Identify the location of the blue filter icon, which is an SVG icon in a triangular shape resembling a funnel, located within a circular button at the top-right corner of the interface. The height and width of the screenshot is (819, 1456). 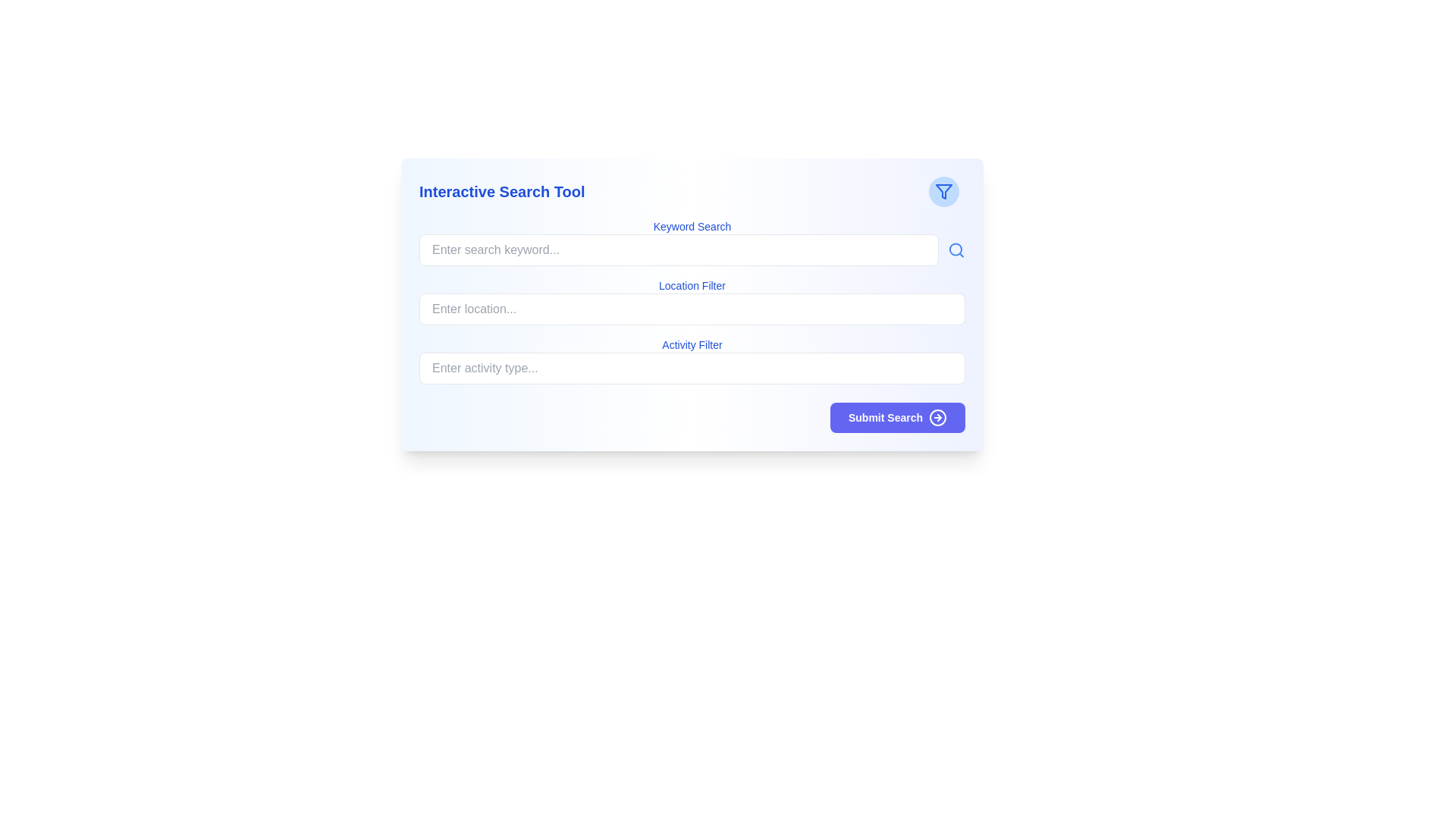
(943, 191).